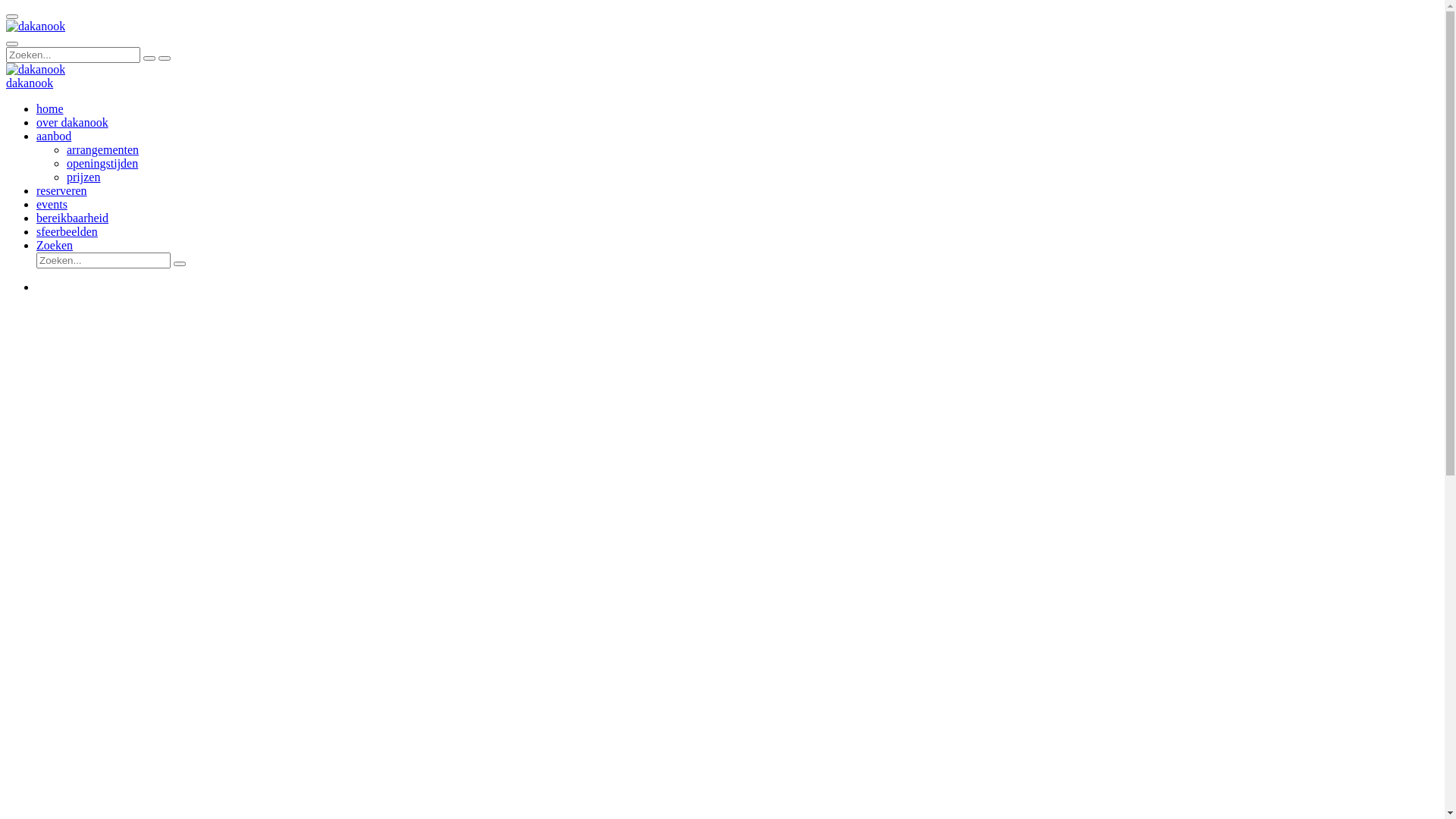 The height and width of the screenshot is (819, 1456). I want to click on 'dakanook', so click(36, 26).